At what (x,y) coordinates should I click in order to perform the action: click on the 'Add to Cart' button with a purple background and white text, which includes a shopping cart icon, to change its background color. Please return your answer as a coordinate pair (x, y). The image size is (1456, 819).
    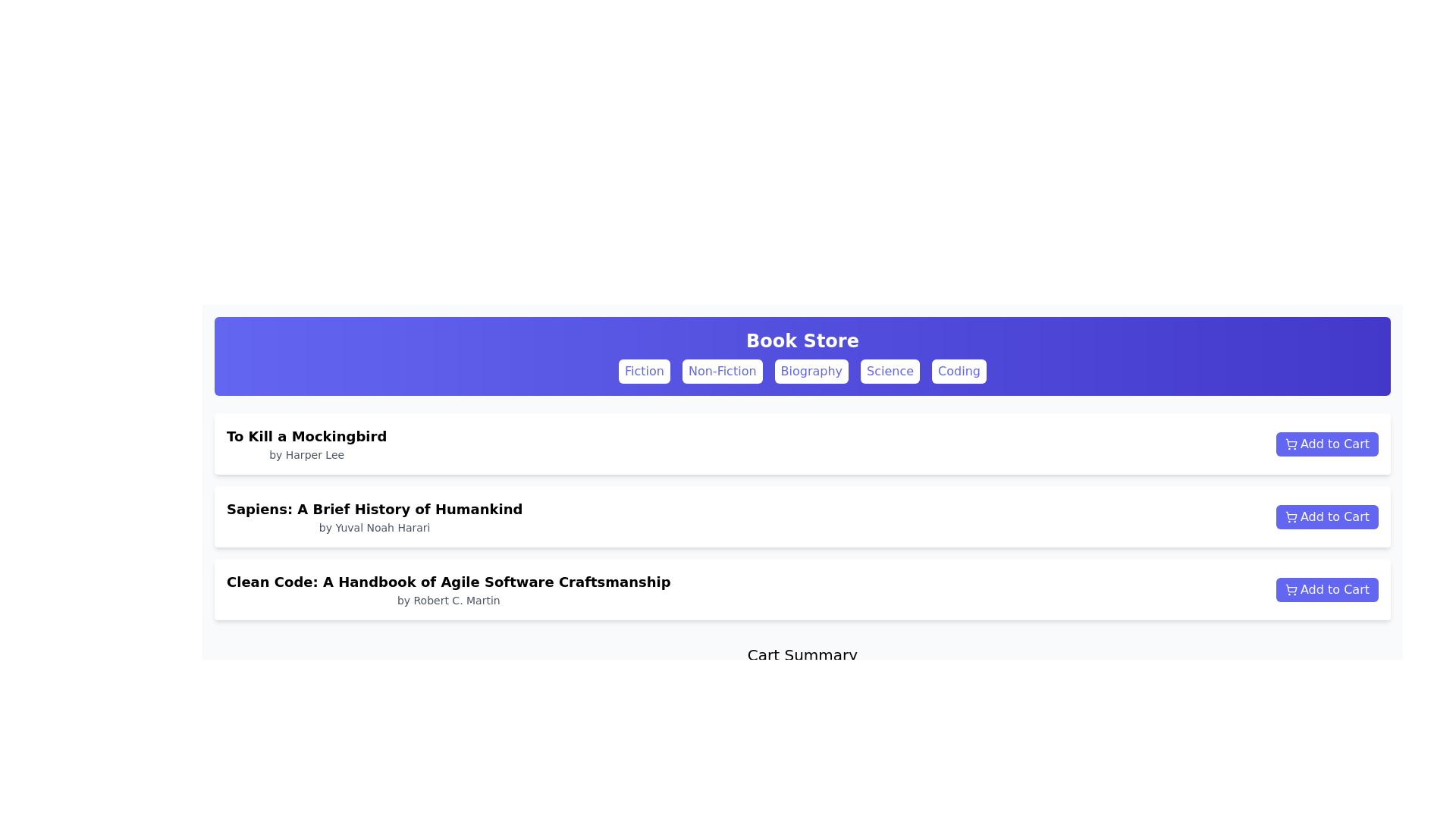
    Looking at the image, I should click on (1326, 444).